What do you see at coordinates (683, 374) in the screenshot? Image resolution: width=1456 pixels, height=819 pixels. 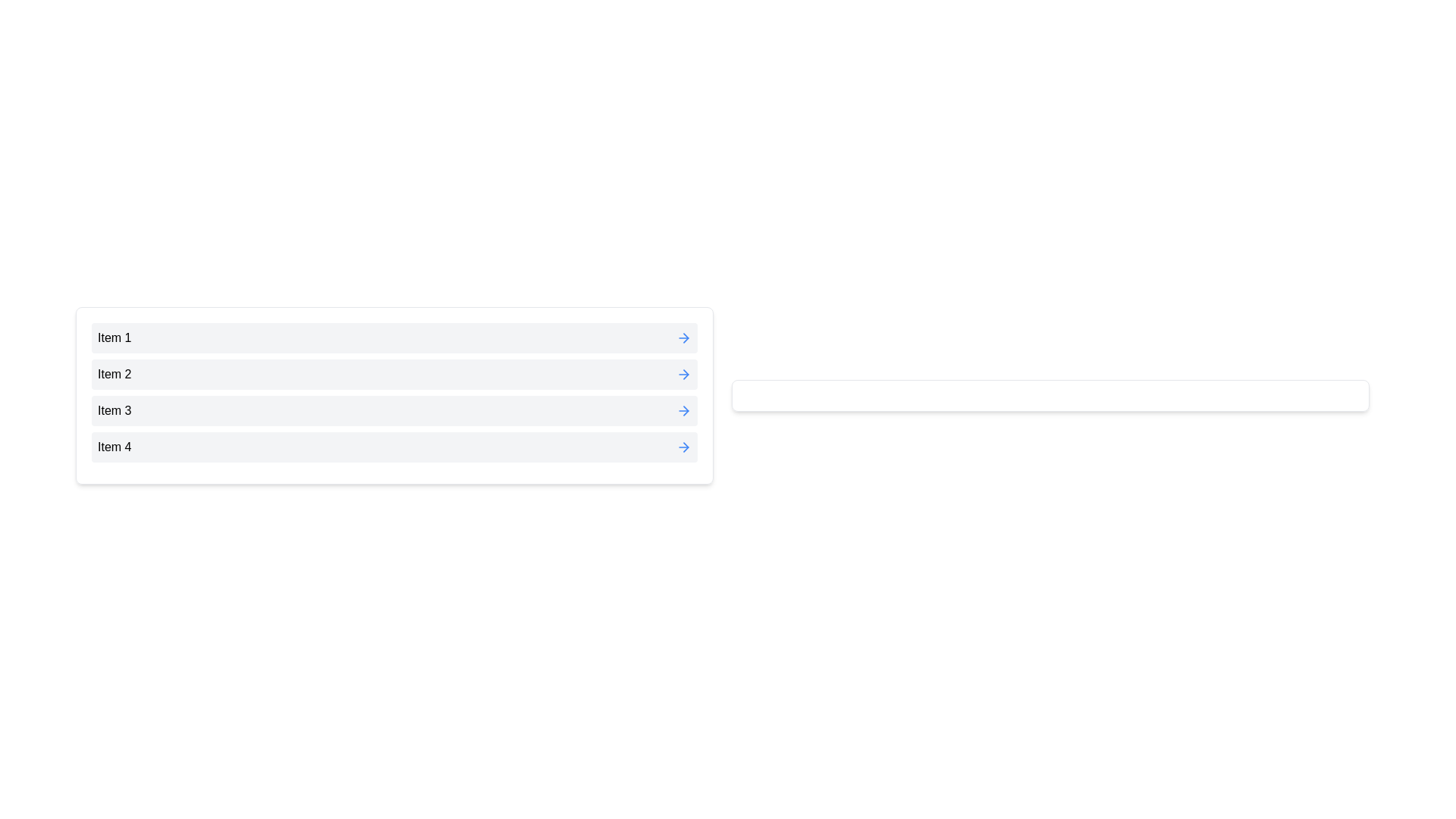 I see `the blue arrow button next to Item 2 to move it to the right list` at bounding box center [683, 374].